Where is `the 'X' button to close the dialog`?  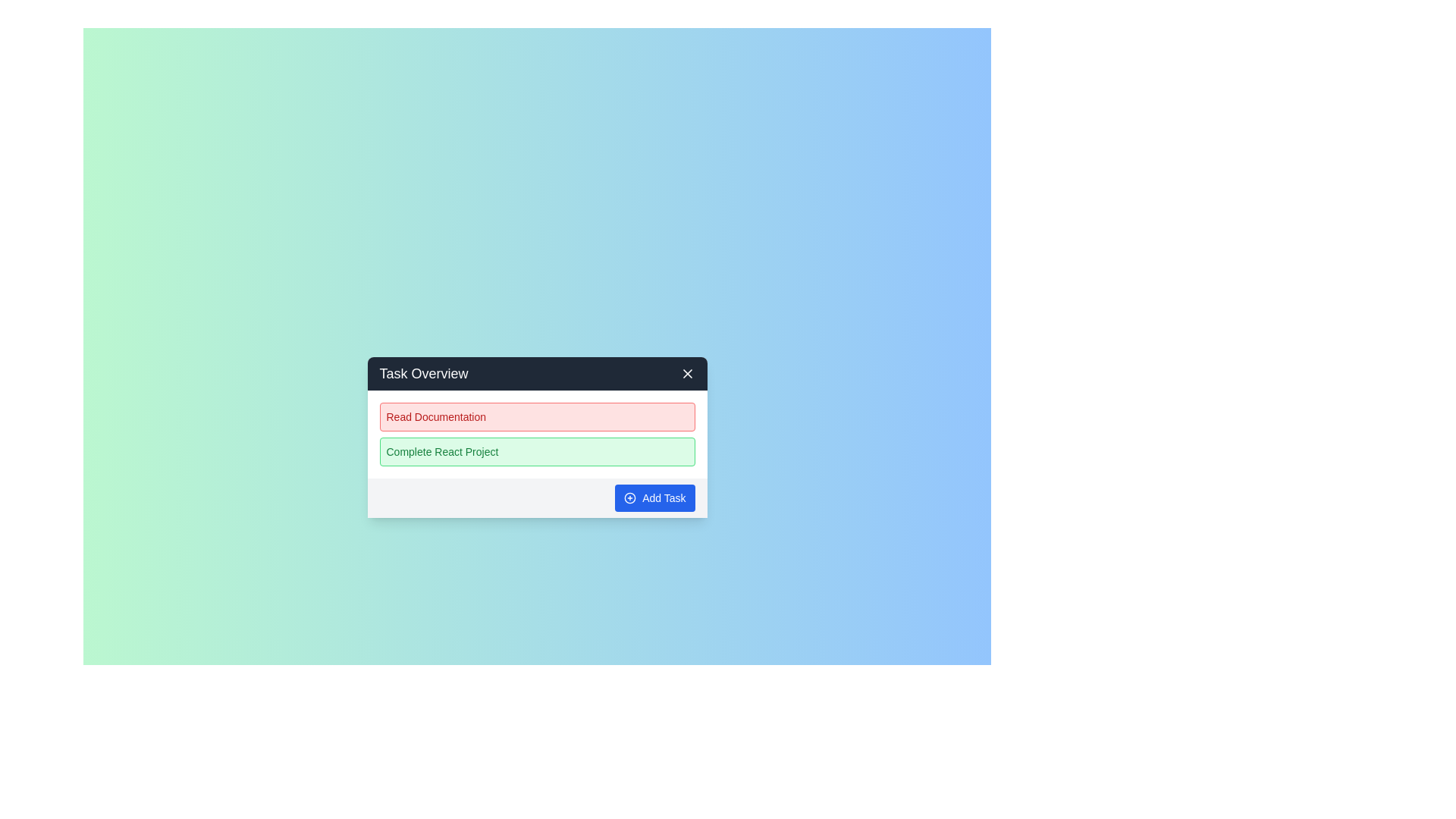
the 'X' button to close the dialog is located at coordinates (686, 374).